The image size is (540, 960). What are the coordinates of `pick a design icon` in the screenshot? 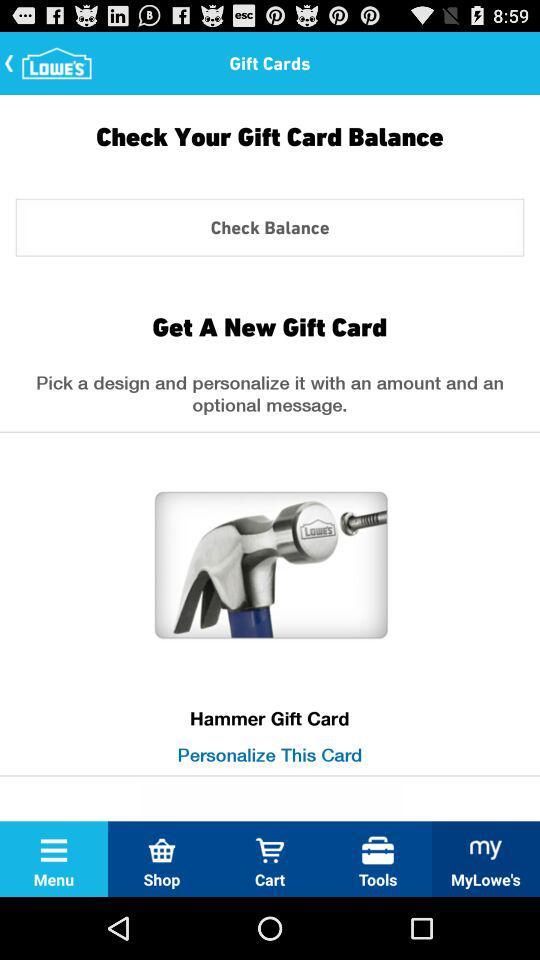 It's located at (270, 398).